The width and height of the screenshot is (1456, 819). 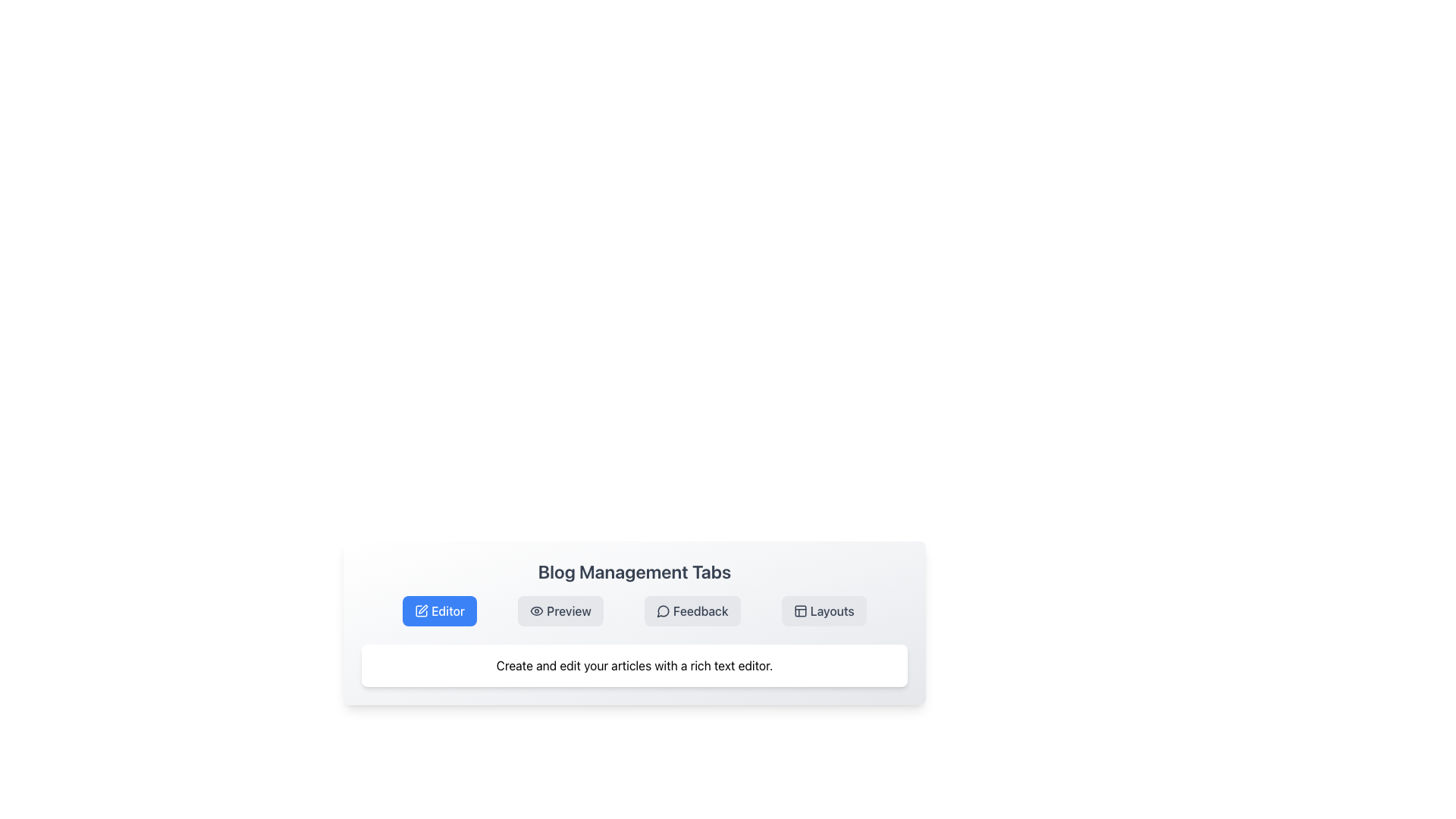 What do you see at coordinates (439, 610) in the screenshot?
I see `the first button in the 'Blog Management Tabs' section` at bounding box center [439, 610].